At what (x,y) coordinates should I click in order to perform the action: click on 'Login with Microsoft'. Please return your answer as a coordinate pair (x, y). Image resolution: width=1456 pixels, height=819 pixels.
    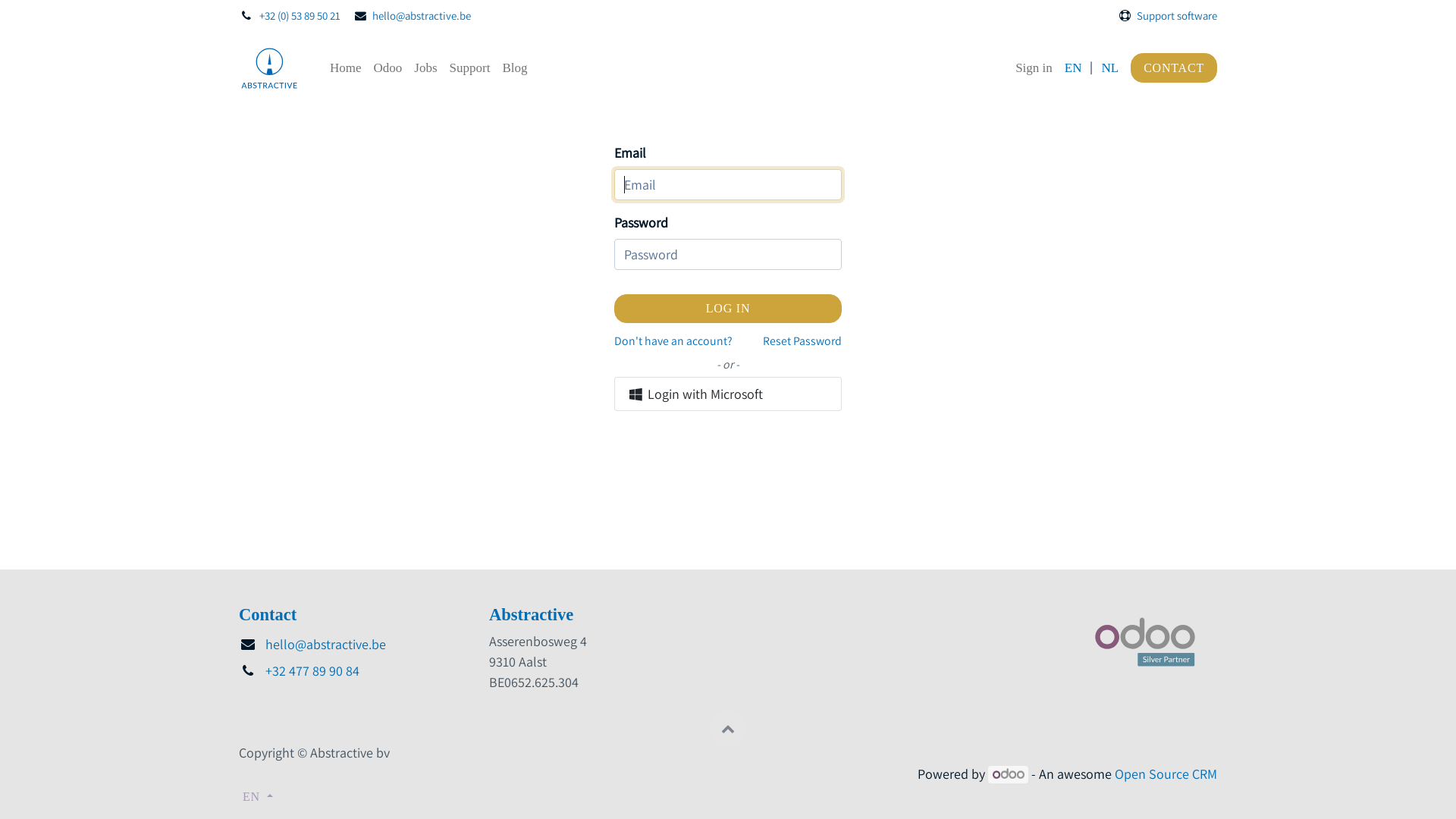
    Looking at the image, I should click on (728, 393).